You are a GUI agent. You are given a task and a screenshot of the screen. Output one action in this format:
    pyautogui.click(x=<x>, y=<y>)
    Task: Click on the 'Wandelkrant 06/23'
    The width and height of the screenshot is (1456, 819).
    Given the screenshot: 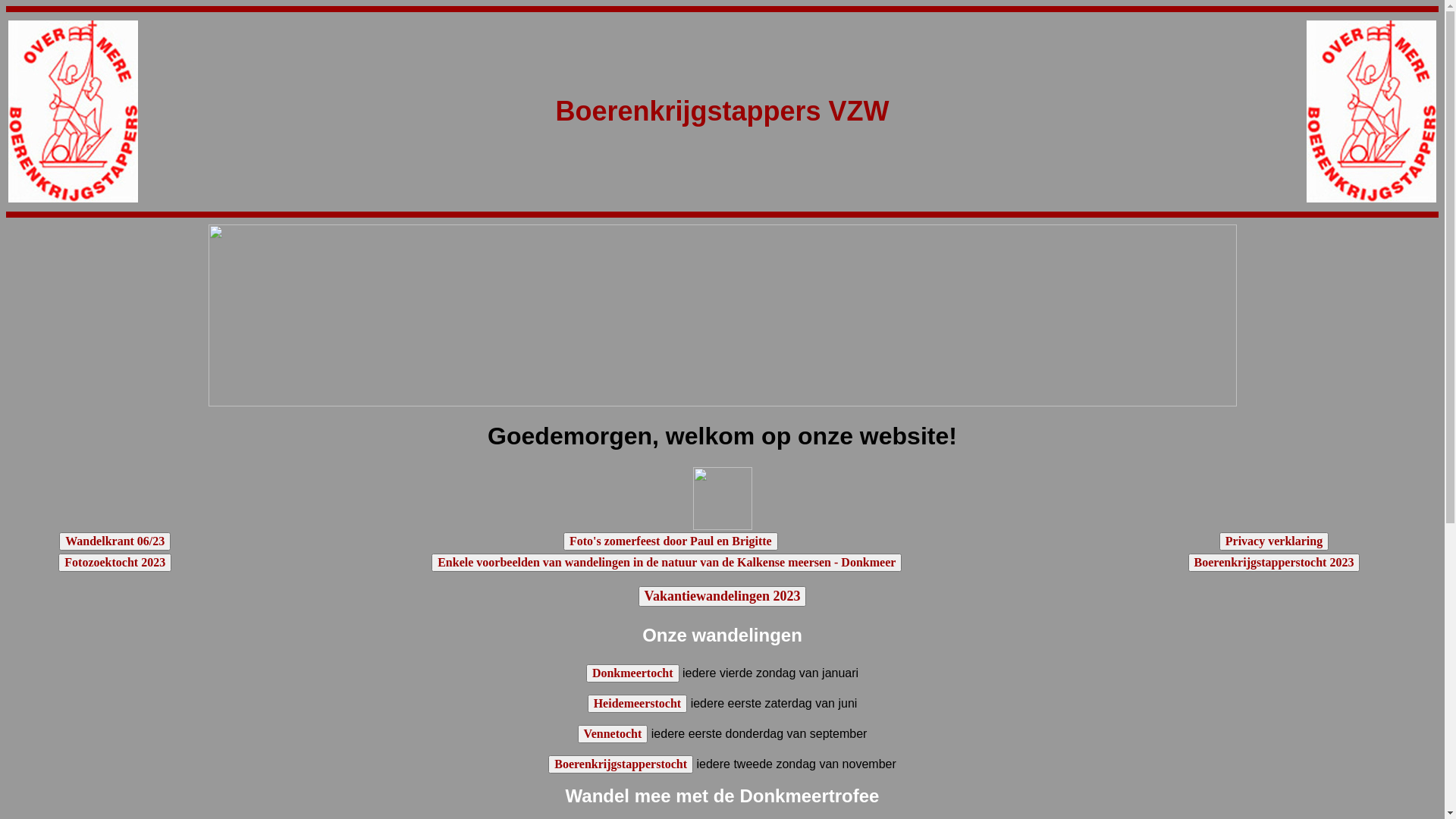 What is the action you would take?
    pyautogui.click(x=114, y=540)
    